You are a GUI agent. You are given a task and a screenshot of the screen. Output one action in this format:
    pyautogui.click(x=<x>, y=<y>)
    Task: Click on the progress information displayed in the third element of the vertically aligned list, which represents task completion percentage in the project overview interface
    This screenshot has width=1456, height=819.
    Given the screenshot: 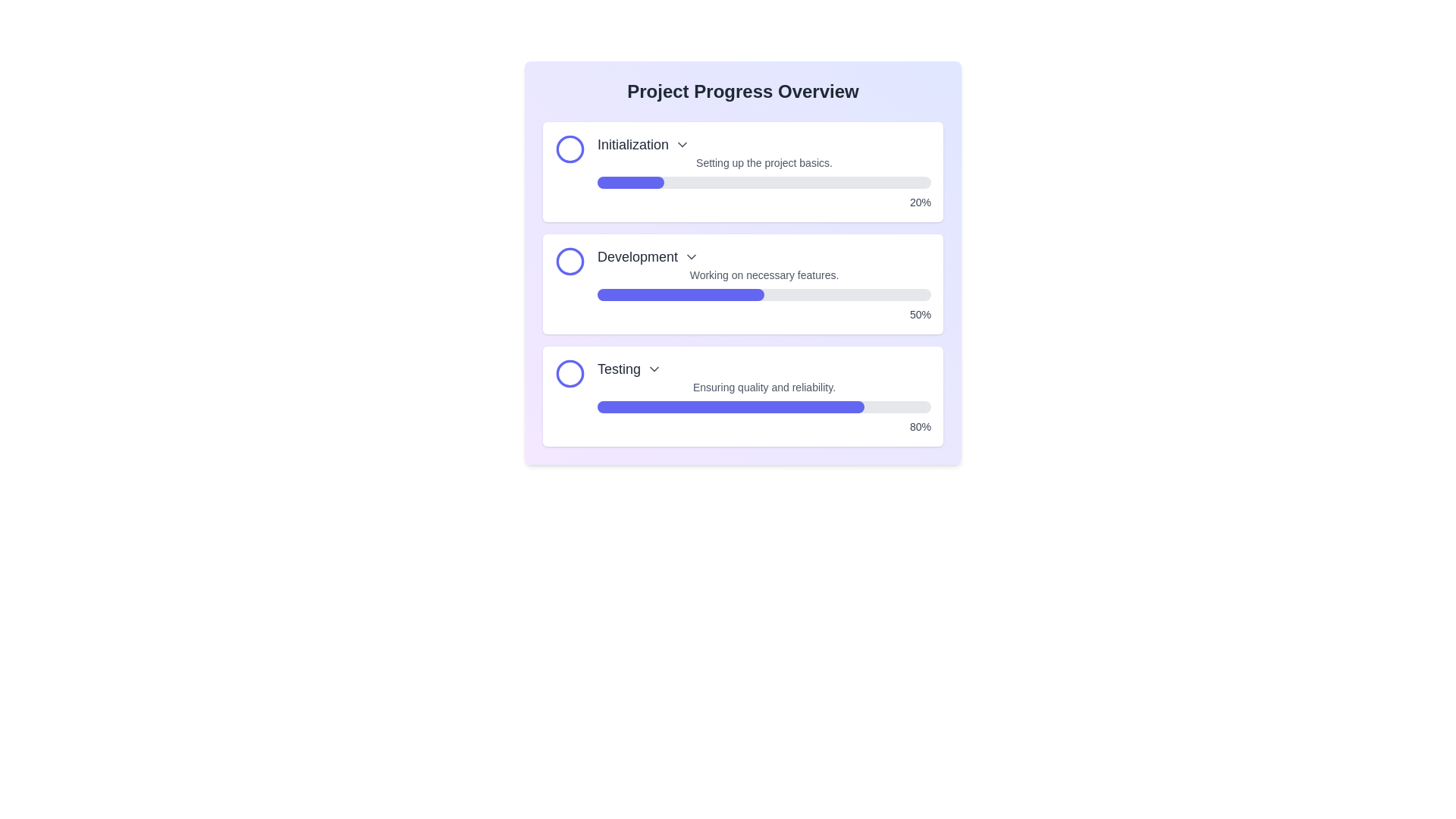 What is the action you would take?
    pyautogui.click(x=742, y=396)
    